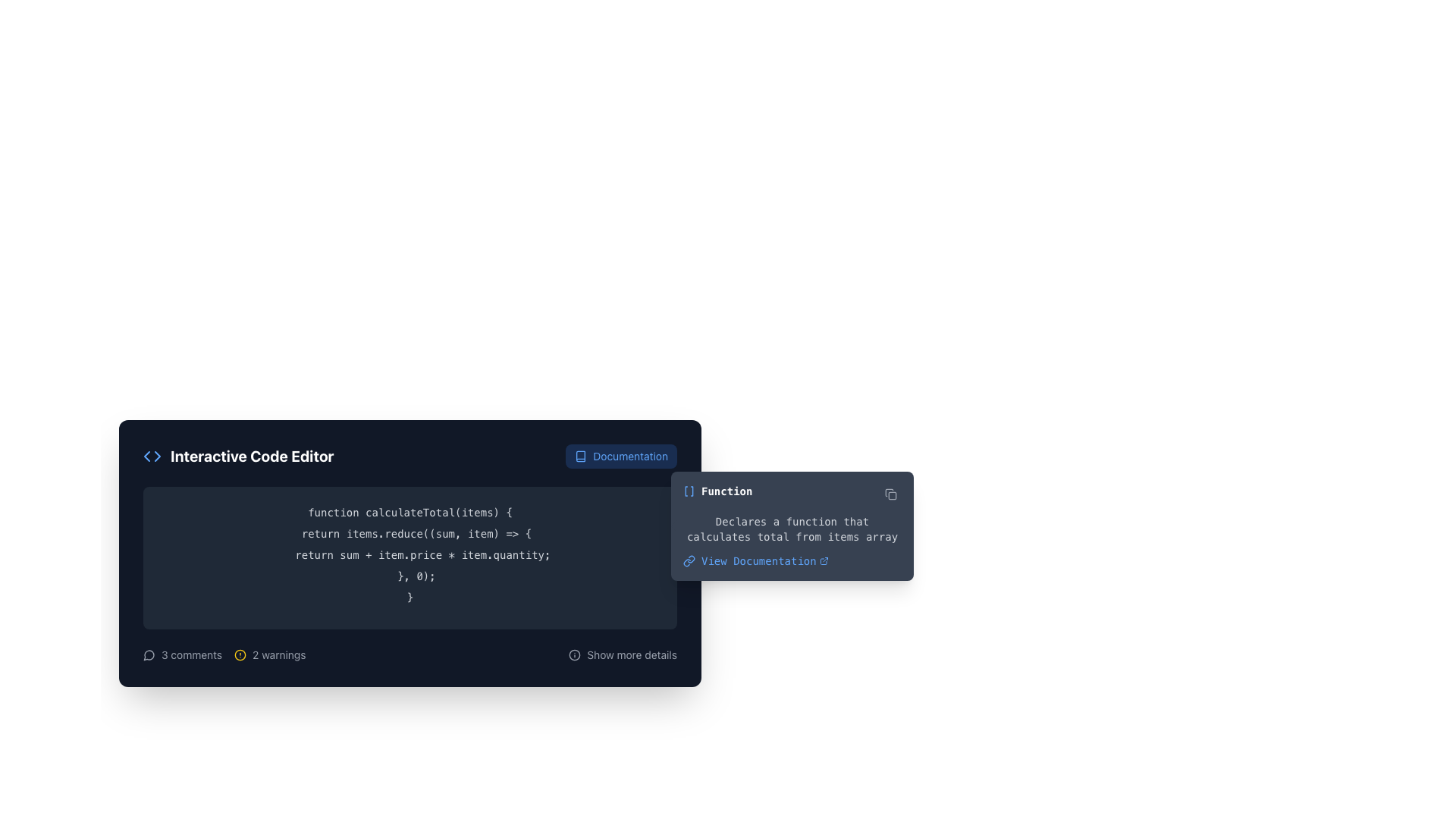 The height and width of the screenshot is (819, 1456). Describe the element at coordinates (891, 494) in the screenshot. I see `the square copy icon located within the tooltip adjacent to the 'Function' text label` at that location.